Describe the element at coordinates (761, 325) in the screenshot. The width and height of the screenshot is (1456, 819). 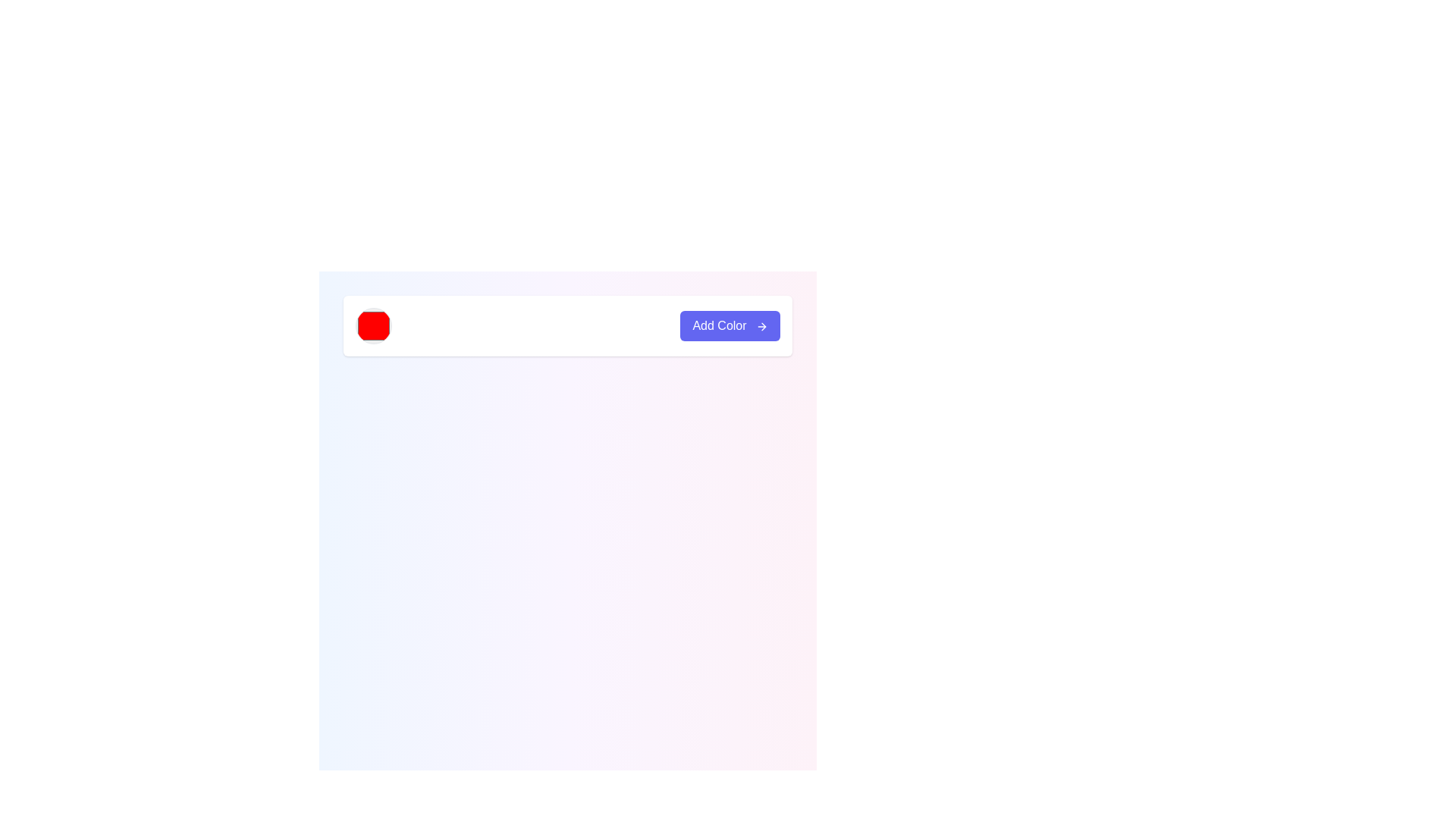
I see `the right arrow icon located inside the 'Add Color' button at the top-right corner of the interface` at that location.